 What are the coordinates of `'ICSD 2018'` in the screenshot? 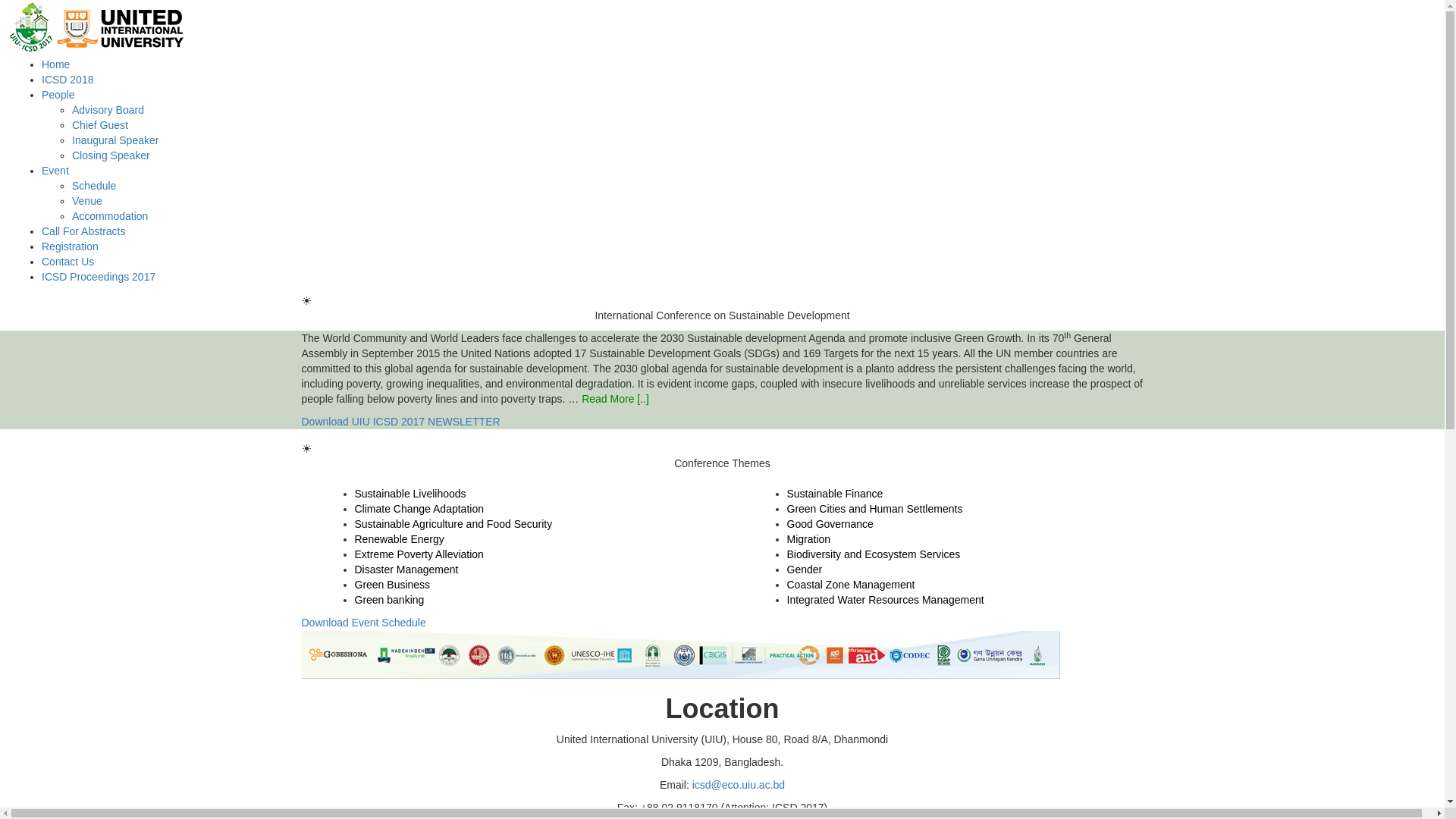 It's located at (67, 79).